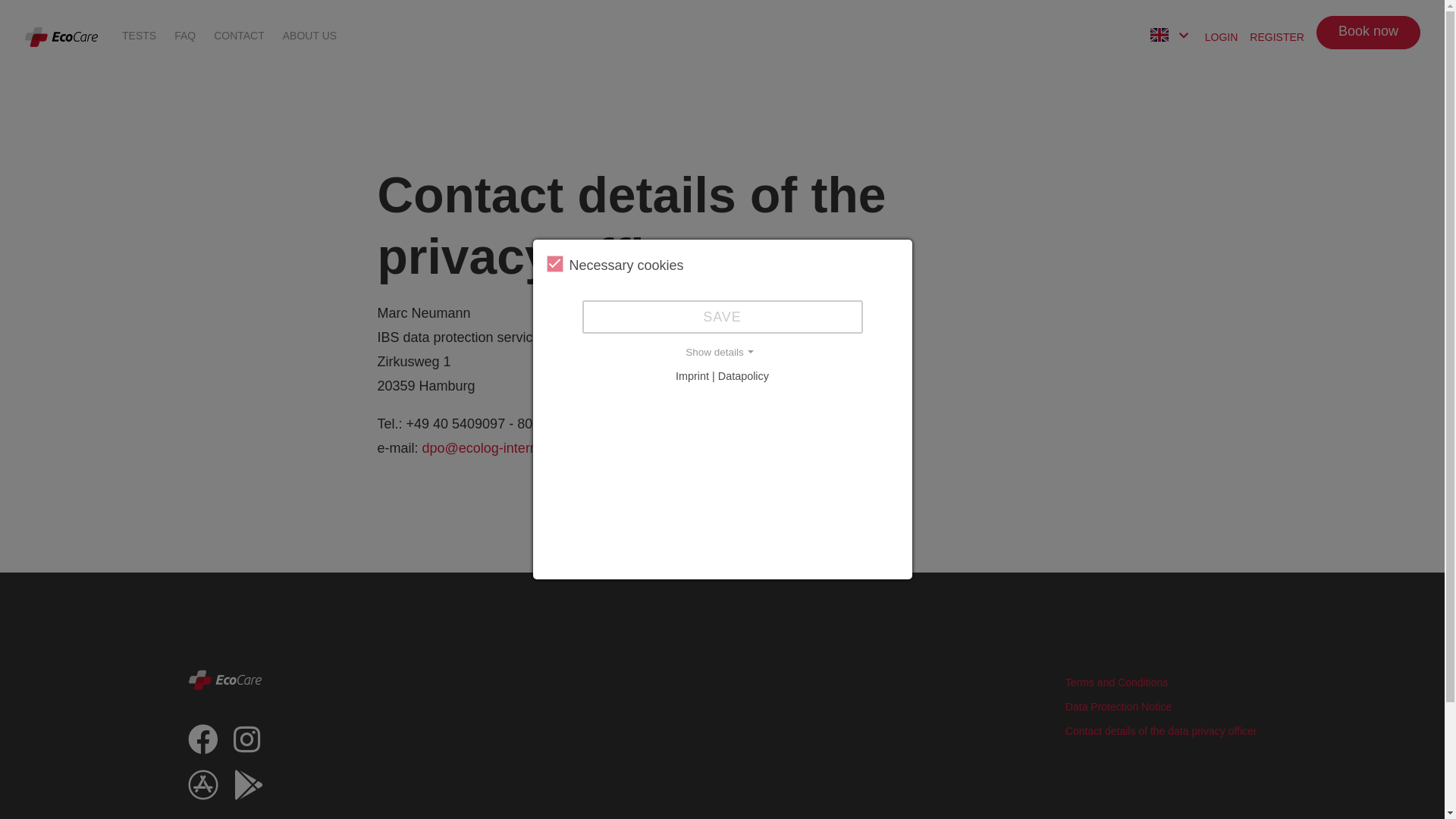 The height and width of the screenshot is (819, 1456). I want to click on 'Show details', so click(720, 353).